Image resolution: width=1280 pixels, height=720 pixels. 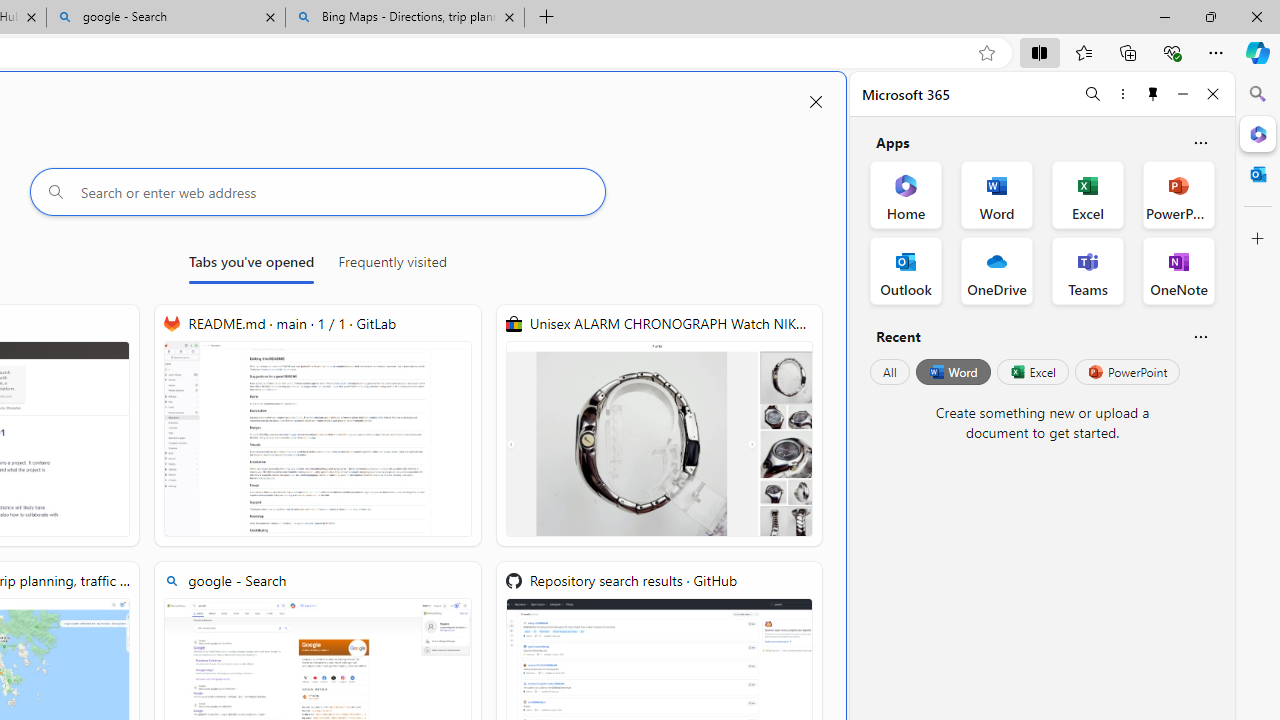 I want to click on 'Home Office App', so click(x=905, y=195).